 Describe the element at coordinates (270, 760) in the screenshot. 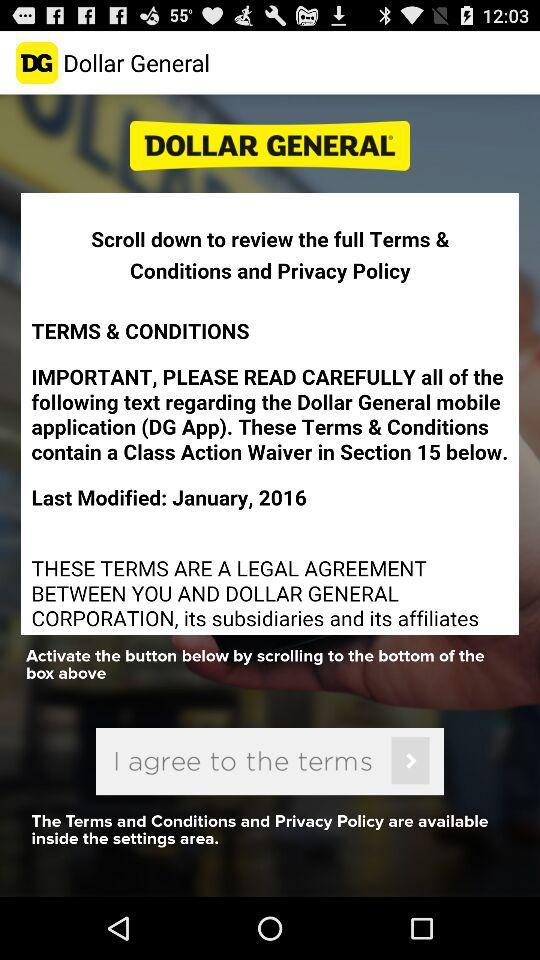

I see `agree` at that location.